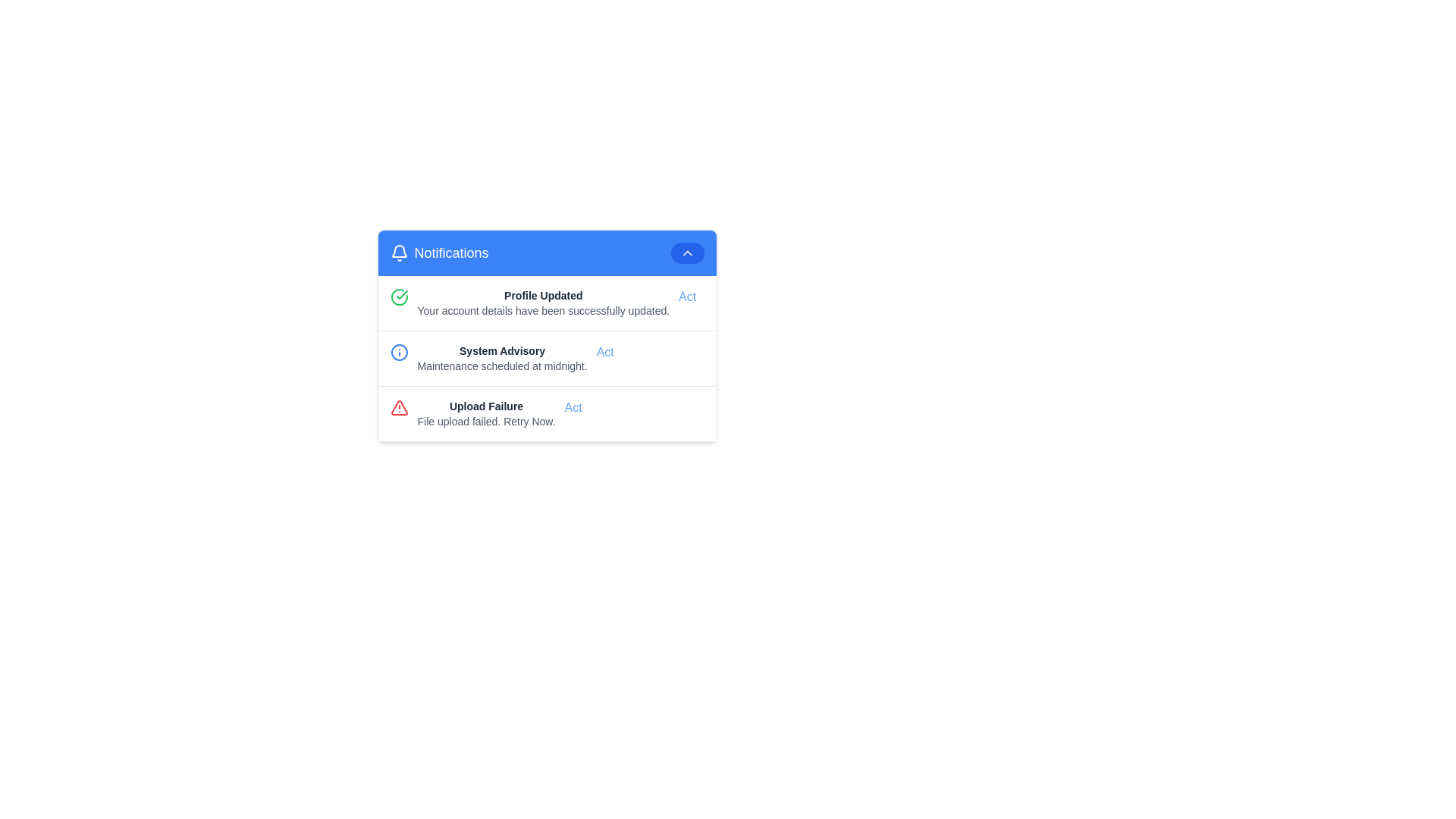  Describe the element at coordinates (486, 421) in the screenshot. I see `the text element that contains the message 'File upload failed. Retry Now.' which is styled in a smaller gray font and positioned below the heading 'Upload Failure'` at that location.